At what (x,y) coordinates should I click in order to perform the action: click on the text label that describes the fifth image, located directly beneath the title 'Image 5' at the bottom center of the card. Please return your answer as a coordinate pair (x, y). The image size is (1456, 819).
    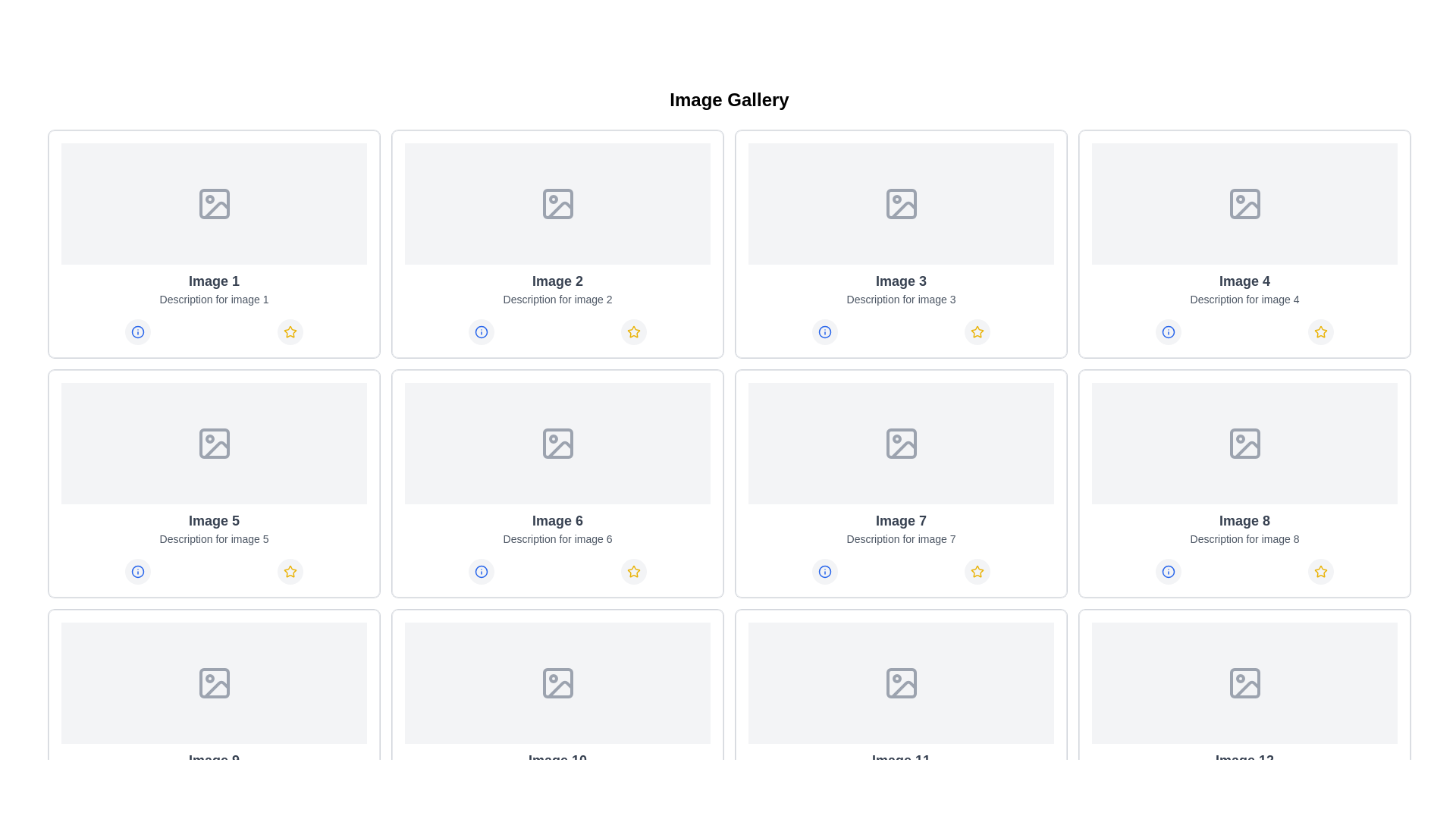
    Looking at the image, I should click on (213, 538).